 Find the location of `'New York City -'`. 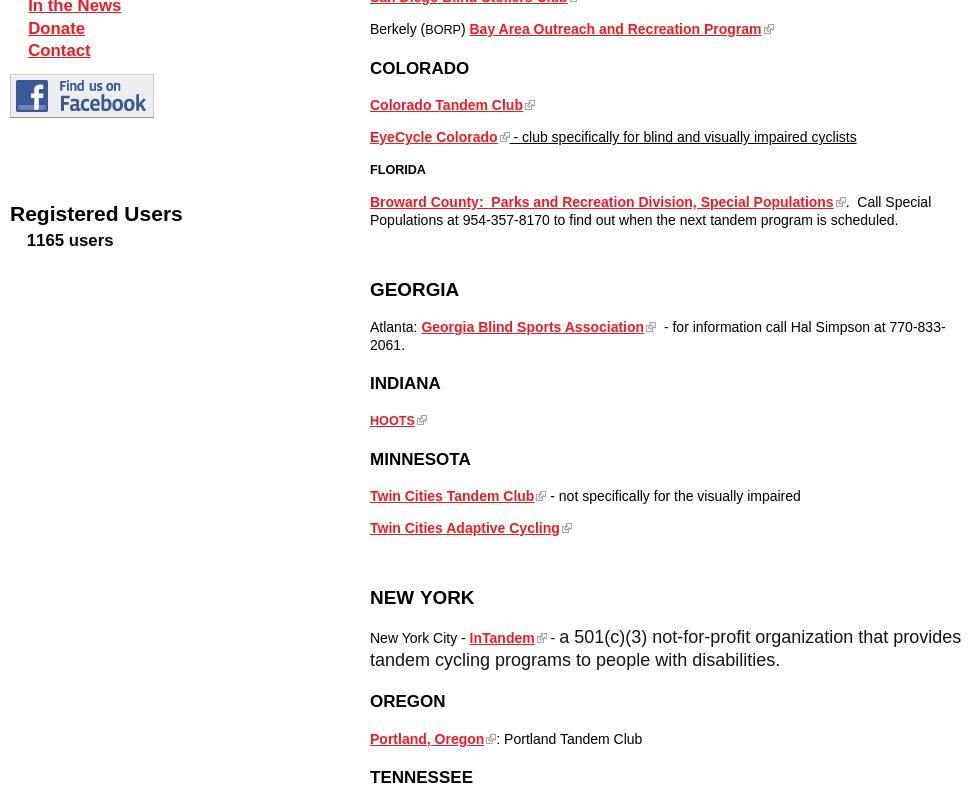

'New York City -' is located at coordinates (419, 635).